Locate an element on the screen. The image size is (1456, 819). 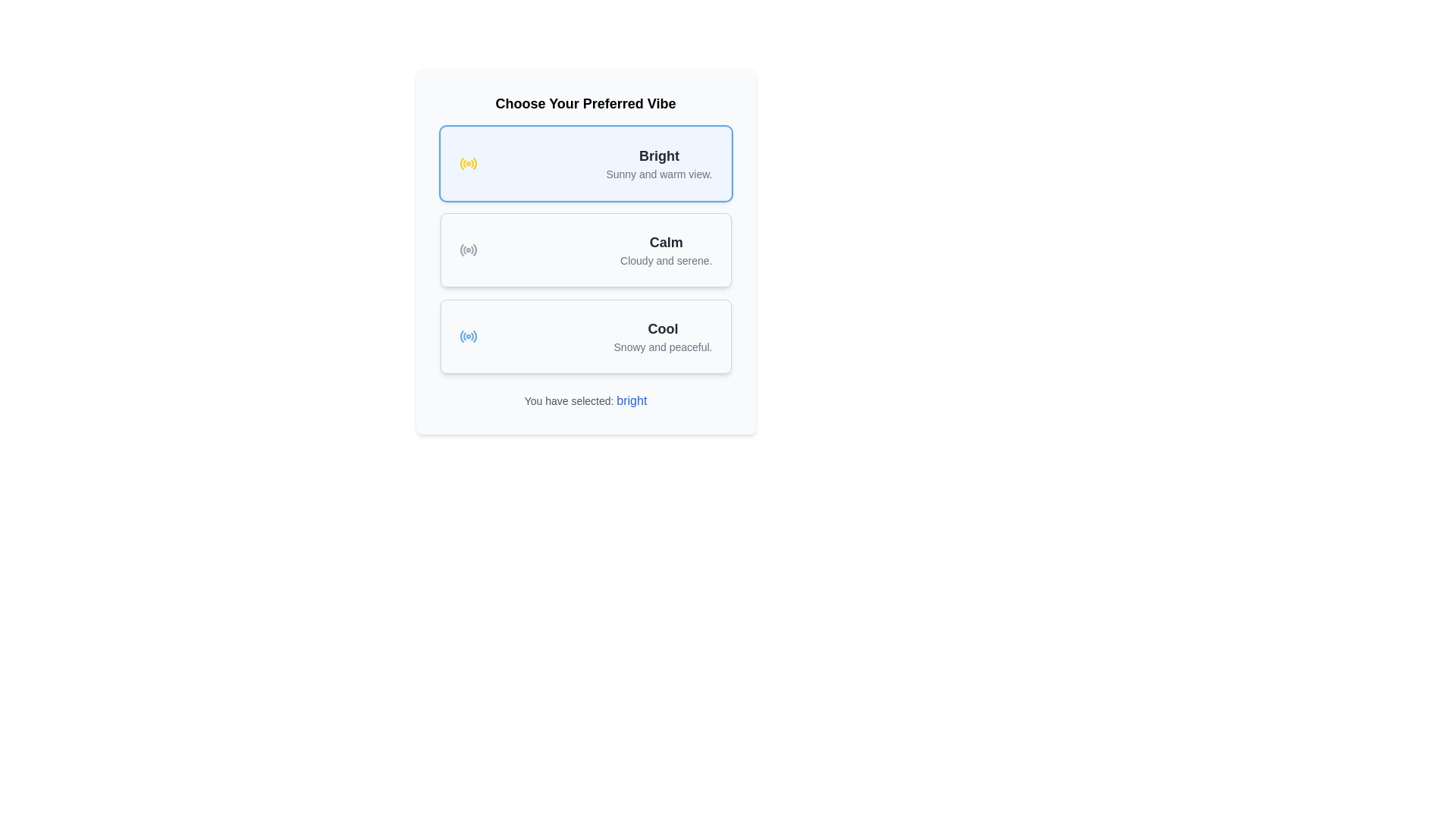
the text label displaying 'Sunny and warm view.' which is located directly below the title 'Bright' in the first option block of the vertical selection list is located at coordinates (659, 174).